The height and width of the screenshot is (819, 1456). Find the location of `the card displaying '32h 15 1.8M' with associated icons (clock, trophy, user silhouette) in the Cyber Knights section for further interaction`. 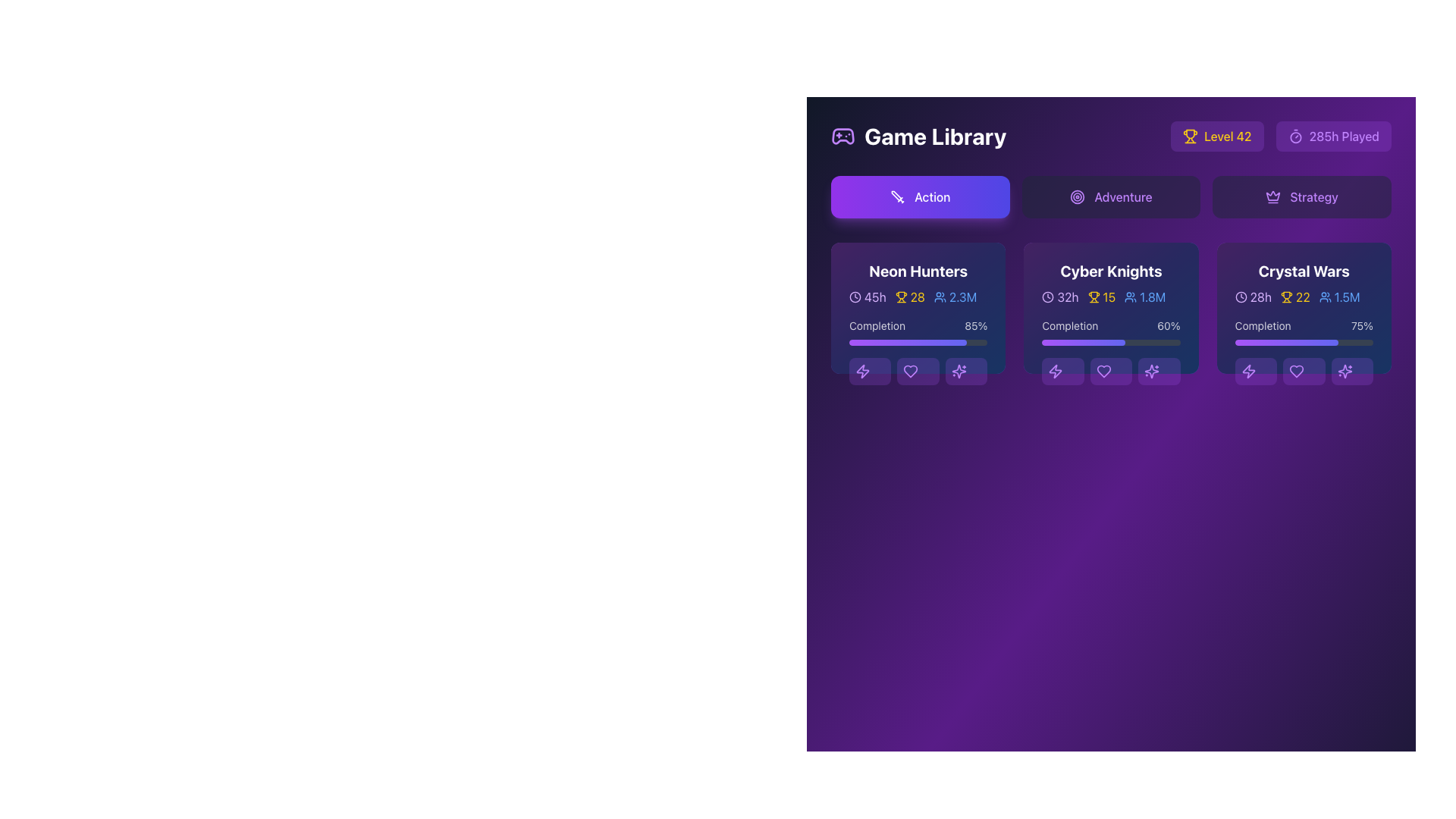

the card displaying '32h 15 1.8M' with associated icons (clock, trophy, user silhouette) in the Cyber Knights section for further interaction is located at coordinates (1111, 297).